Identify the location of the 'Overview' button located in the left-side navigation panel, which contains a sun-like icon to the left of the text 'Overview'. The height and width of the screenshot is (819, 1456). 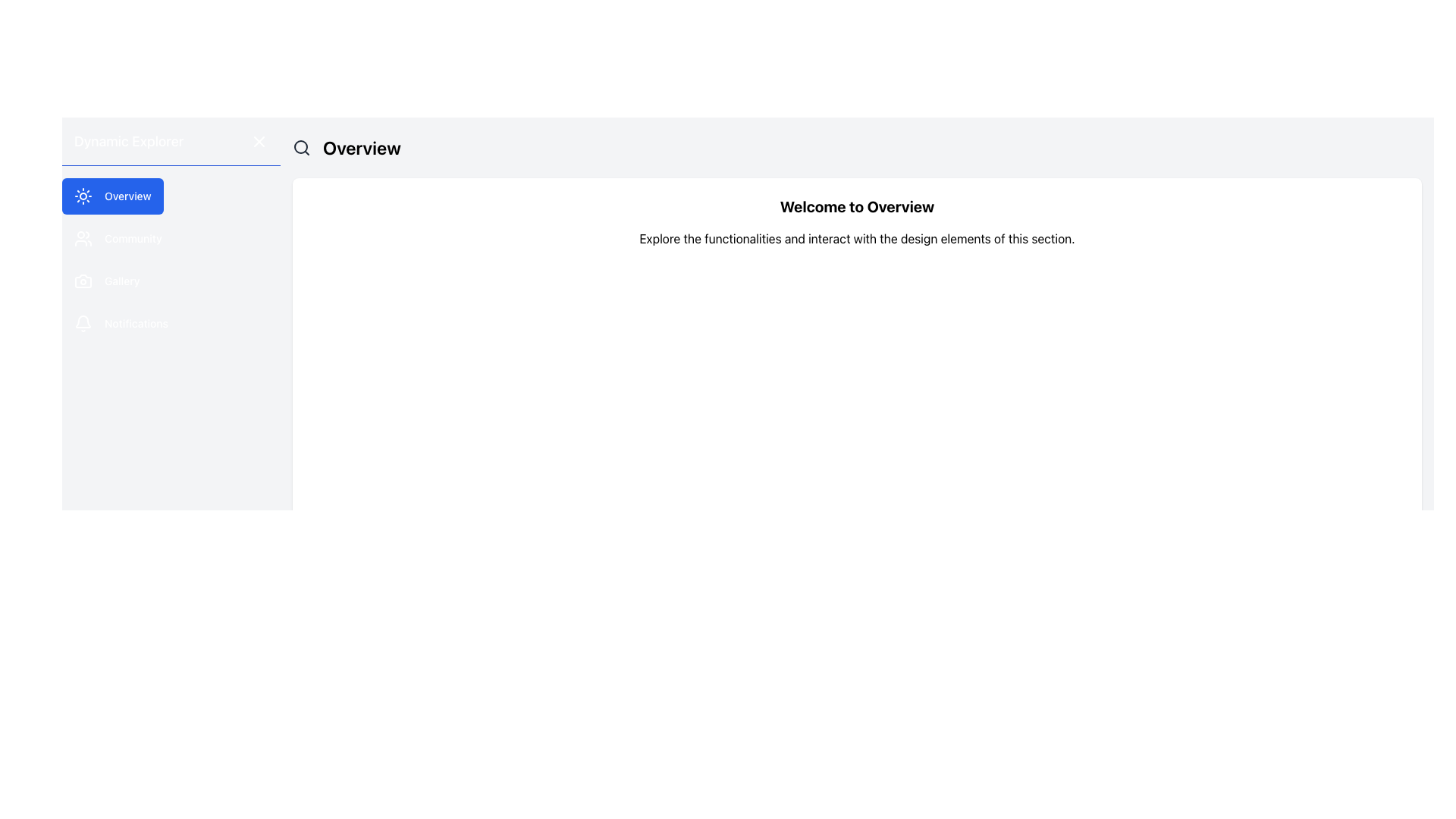
(83, 195).